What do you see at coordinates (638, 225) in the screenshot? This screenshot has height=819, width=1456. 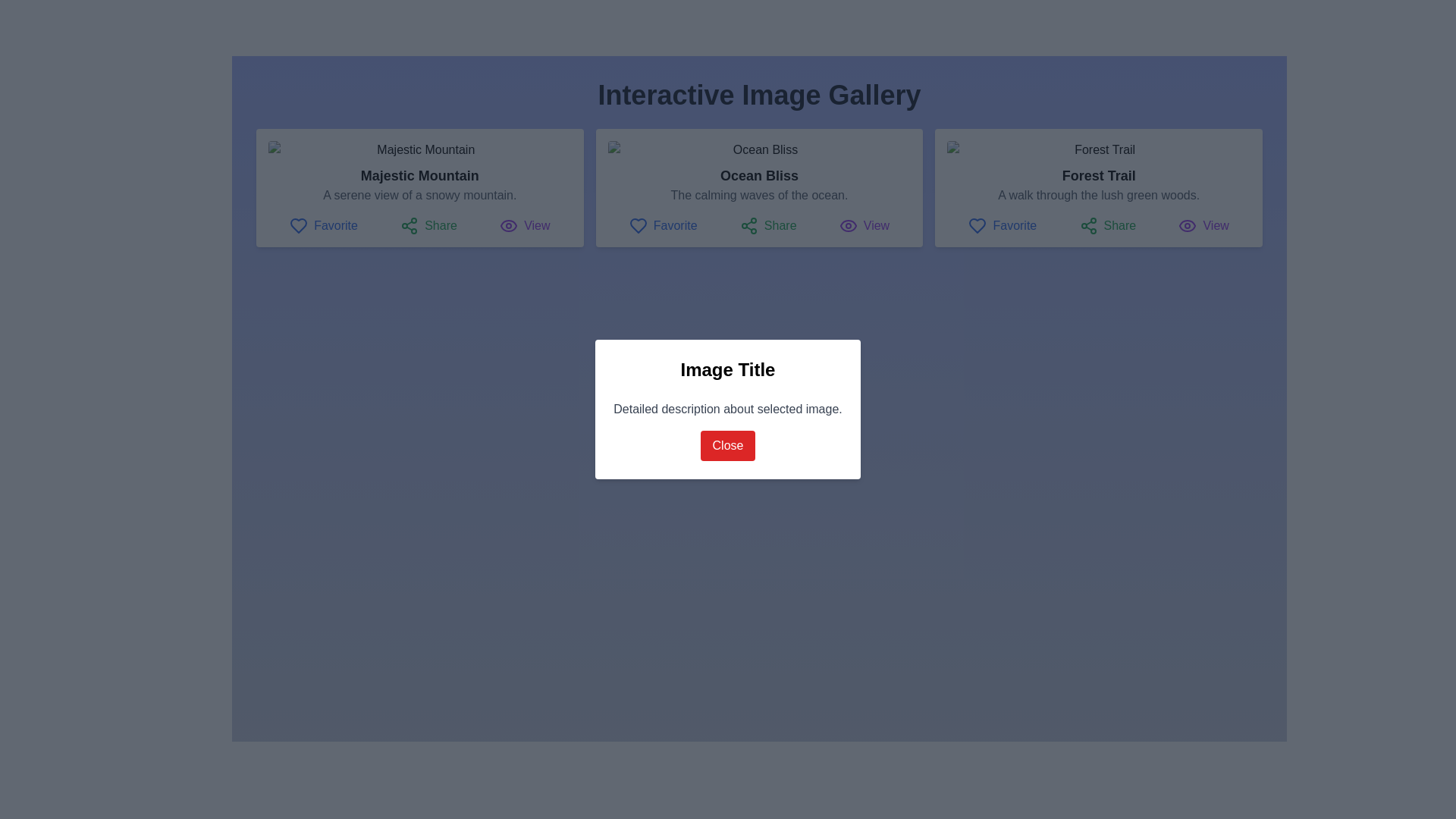 I see `the 'Favorite' heart icon button located on the left of the 'Share' and 'View' buttons in the middle card of the 'Ocean Bliss' interface` at bounding box center [638, 225].